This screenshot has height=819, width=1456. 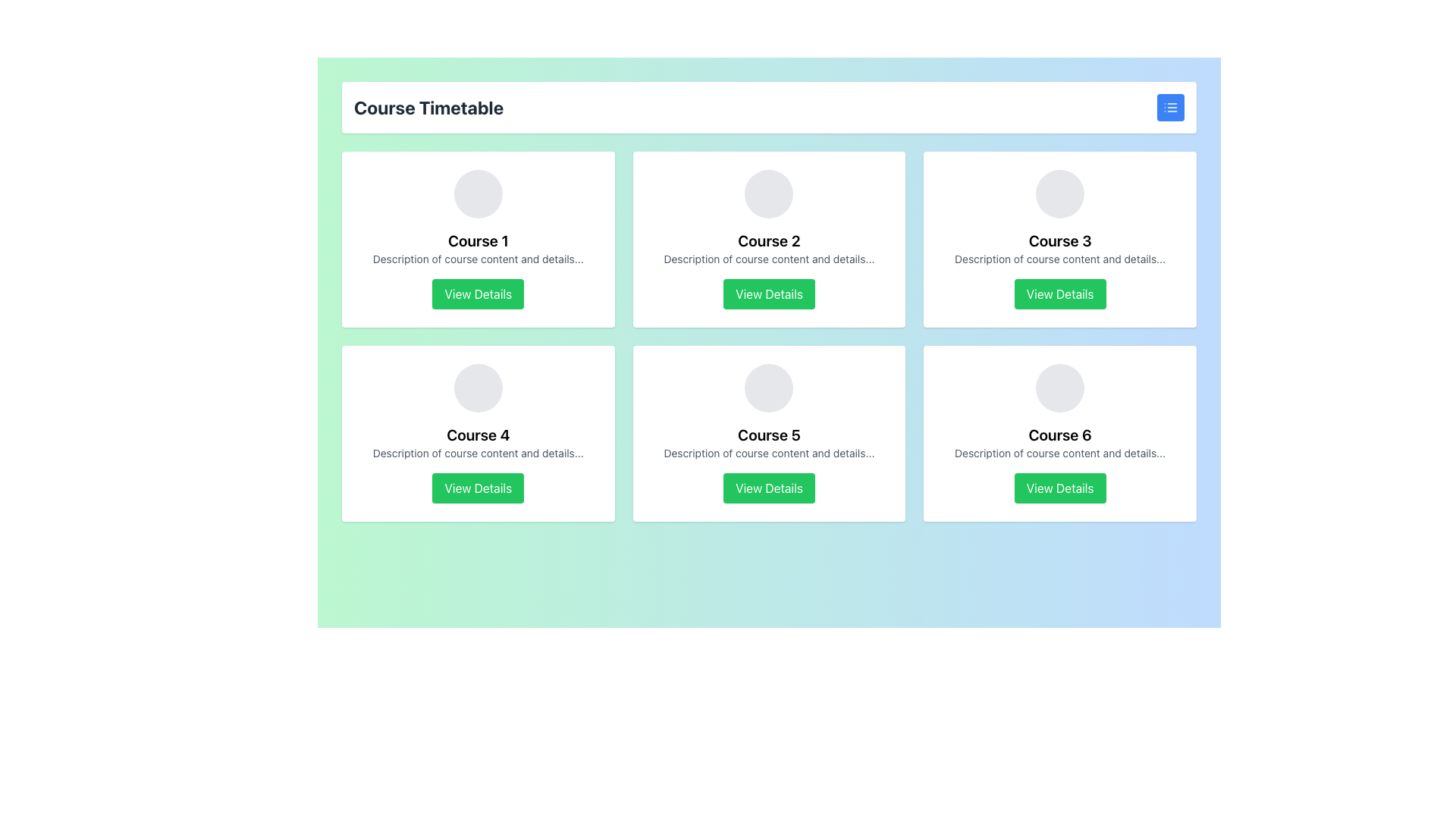 What do you see at coordinates (1059, 193) in the screenshot?
I see `the circular gray placeholder image located at the top of the 'Course 3' card, which is centered above the course title` at bounding box center [1059, 193].